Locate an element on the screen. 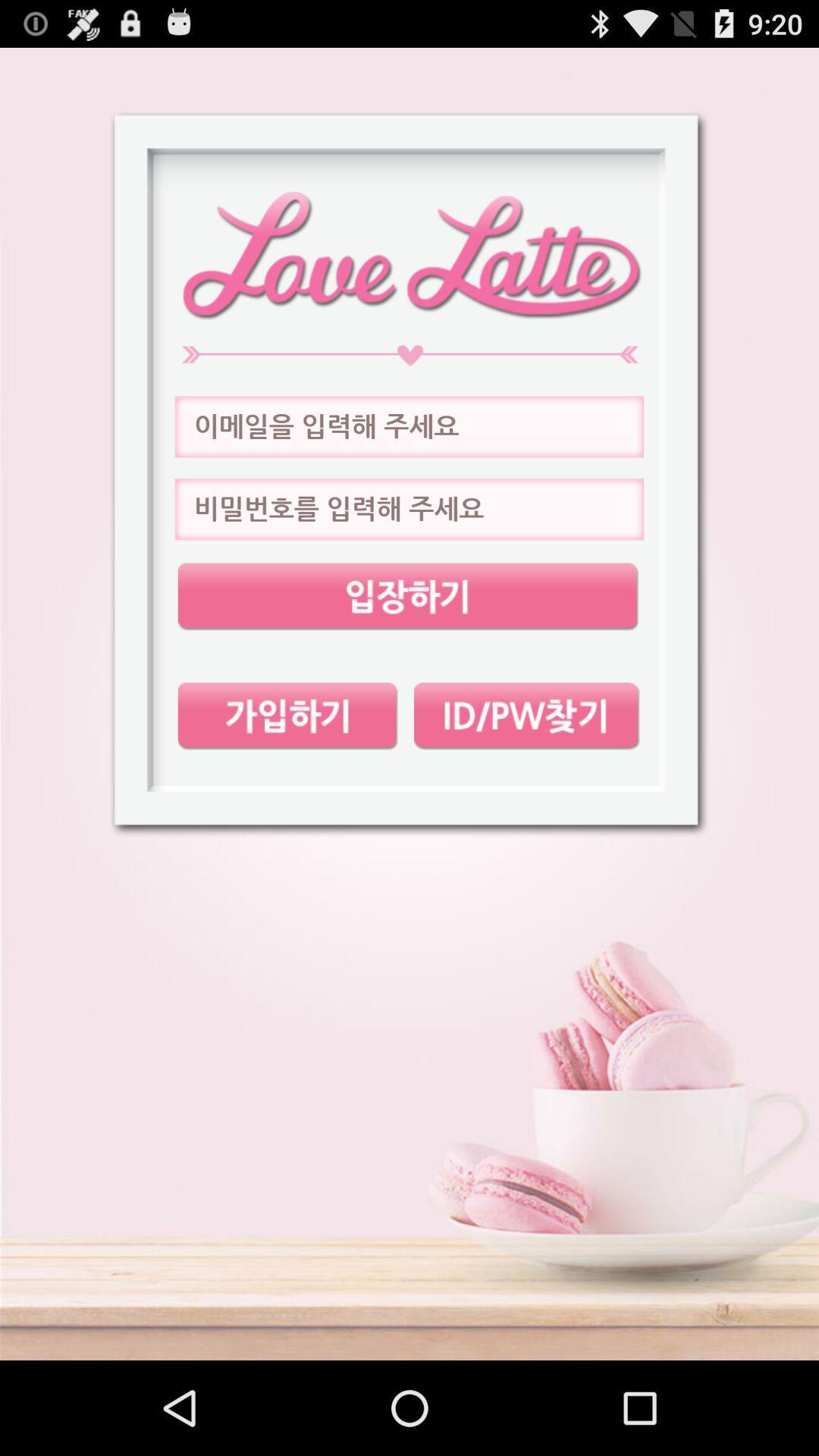 This screenshot has width=819, height=1456. important to know is located at coordinates (407, 596).